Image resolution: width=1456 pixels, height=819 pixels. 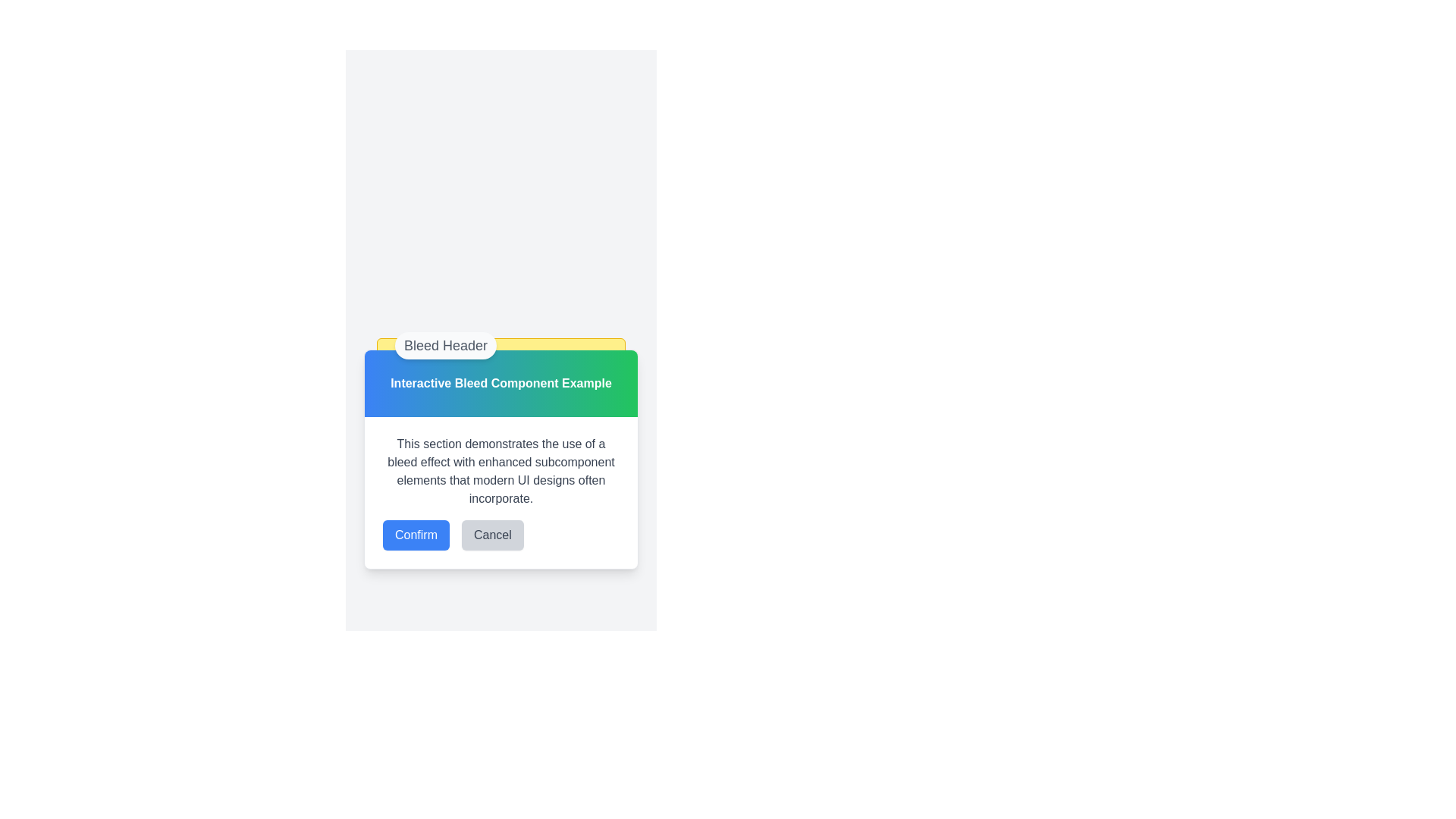 I want to click on the static text element that contains the informational paragraph about bleed effects in modern UI designs, which is styled with gray text and is located above the Confirm and Cancel buttons, so click(x=501, y=470).